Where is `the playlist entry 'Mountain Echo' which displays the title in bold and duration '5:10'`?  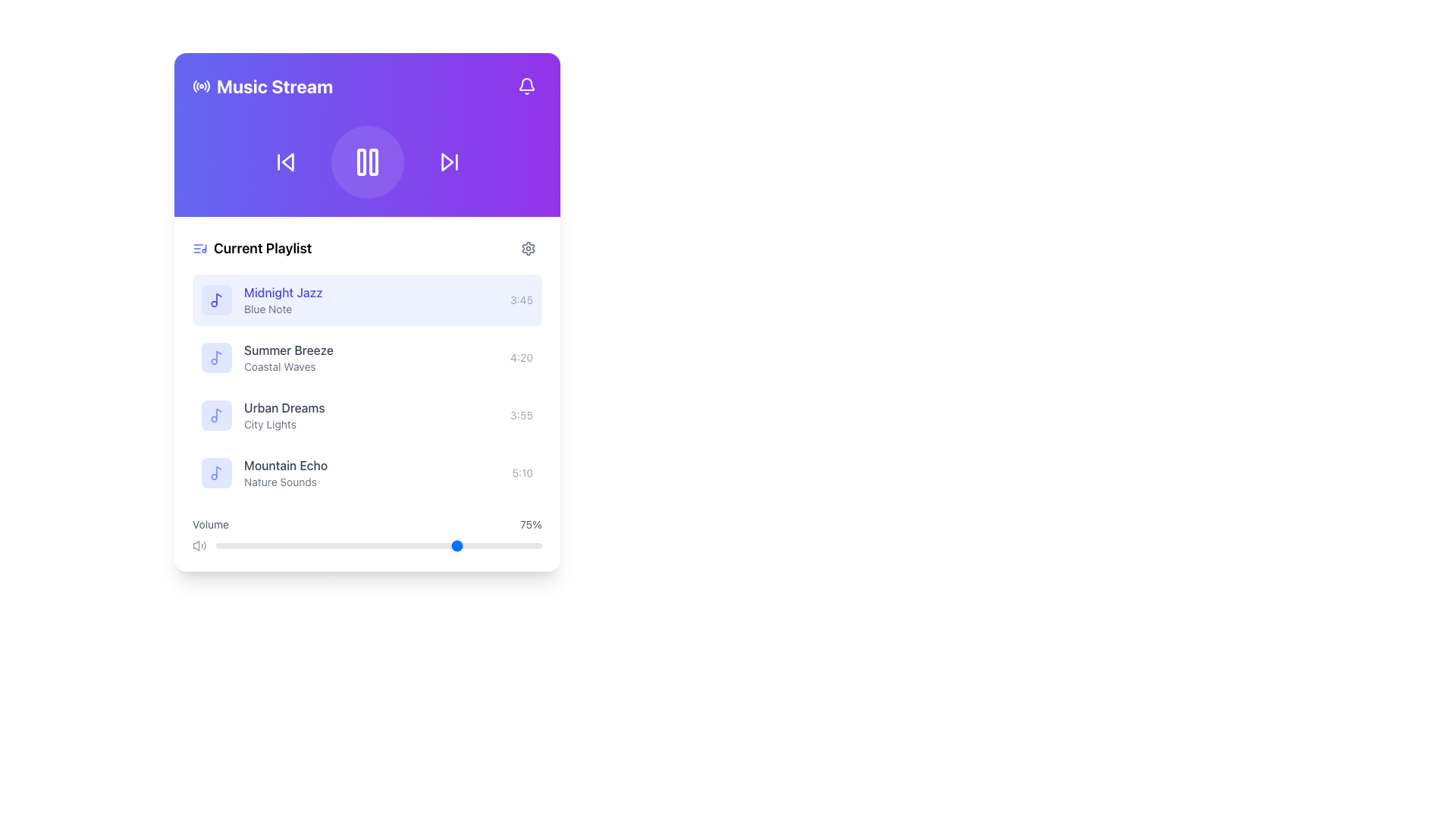
the playlist entry 'Mountain Echo' which displays the title in bold and duration '5:10' is located at coordinates (367, 472).